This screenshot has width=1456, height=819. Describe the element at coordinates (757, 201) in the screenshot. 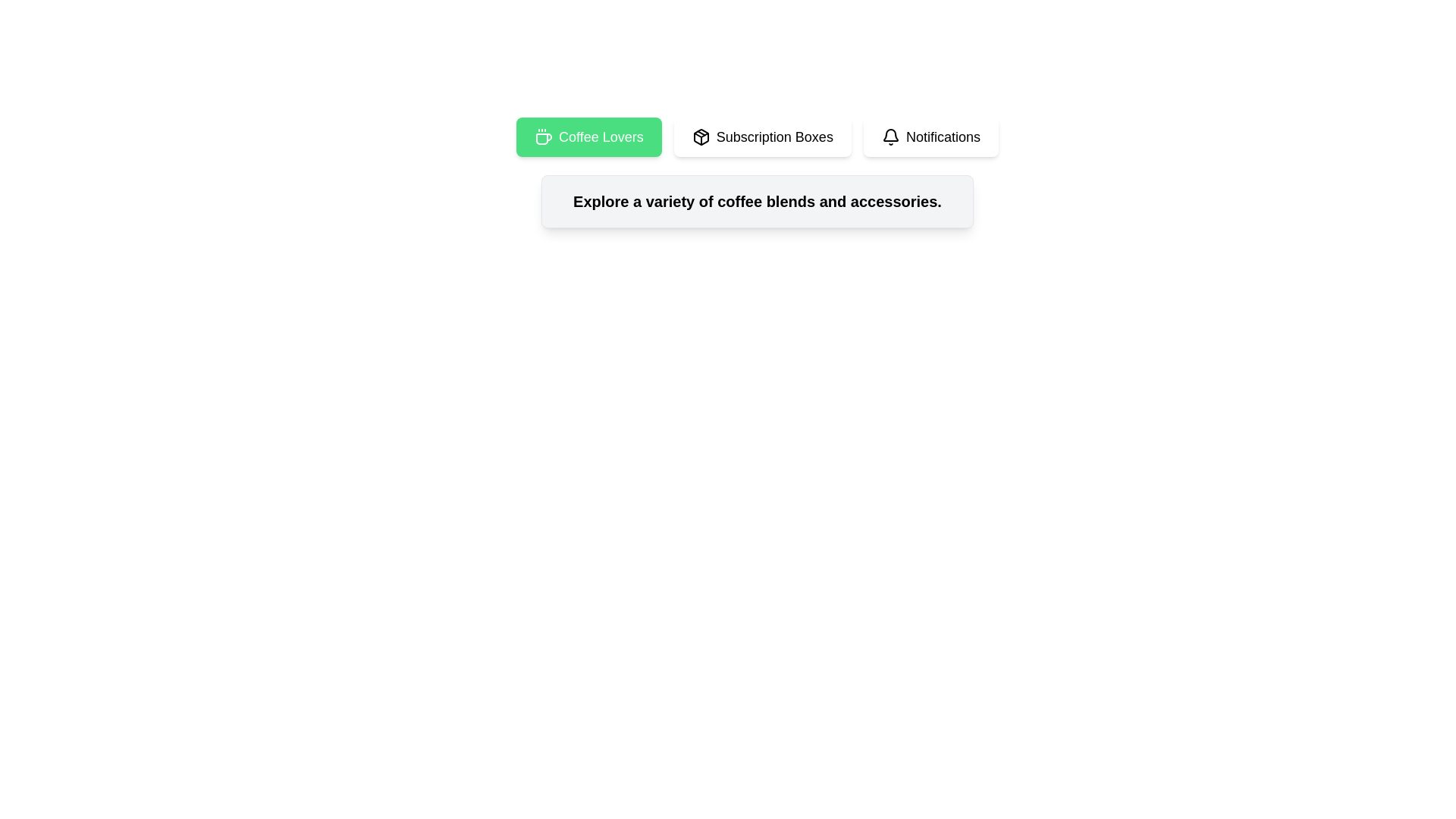

I see `the rectangular text block containing the text 'Explore a variety of coffee blends and accessories.' that has a gray background and rounded corners` at that location.